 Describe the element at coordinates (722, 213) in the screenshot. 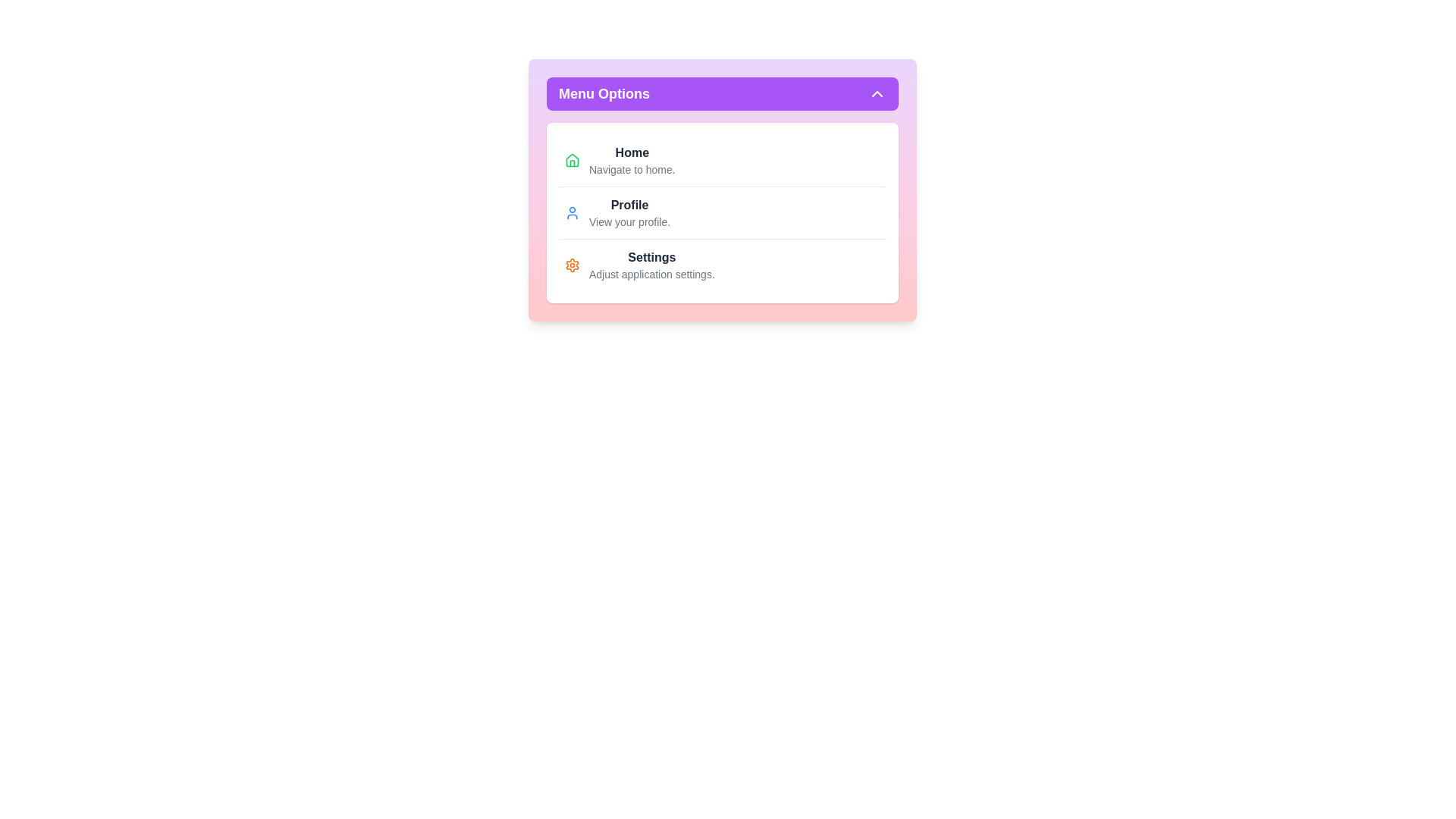

I see `the 'Profile' option in the menu` at that location.